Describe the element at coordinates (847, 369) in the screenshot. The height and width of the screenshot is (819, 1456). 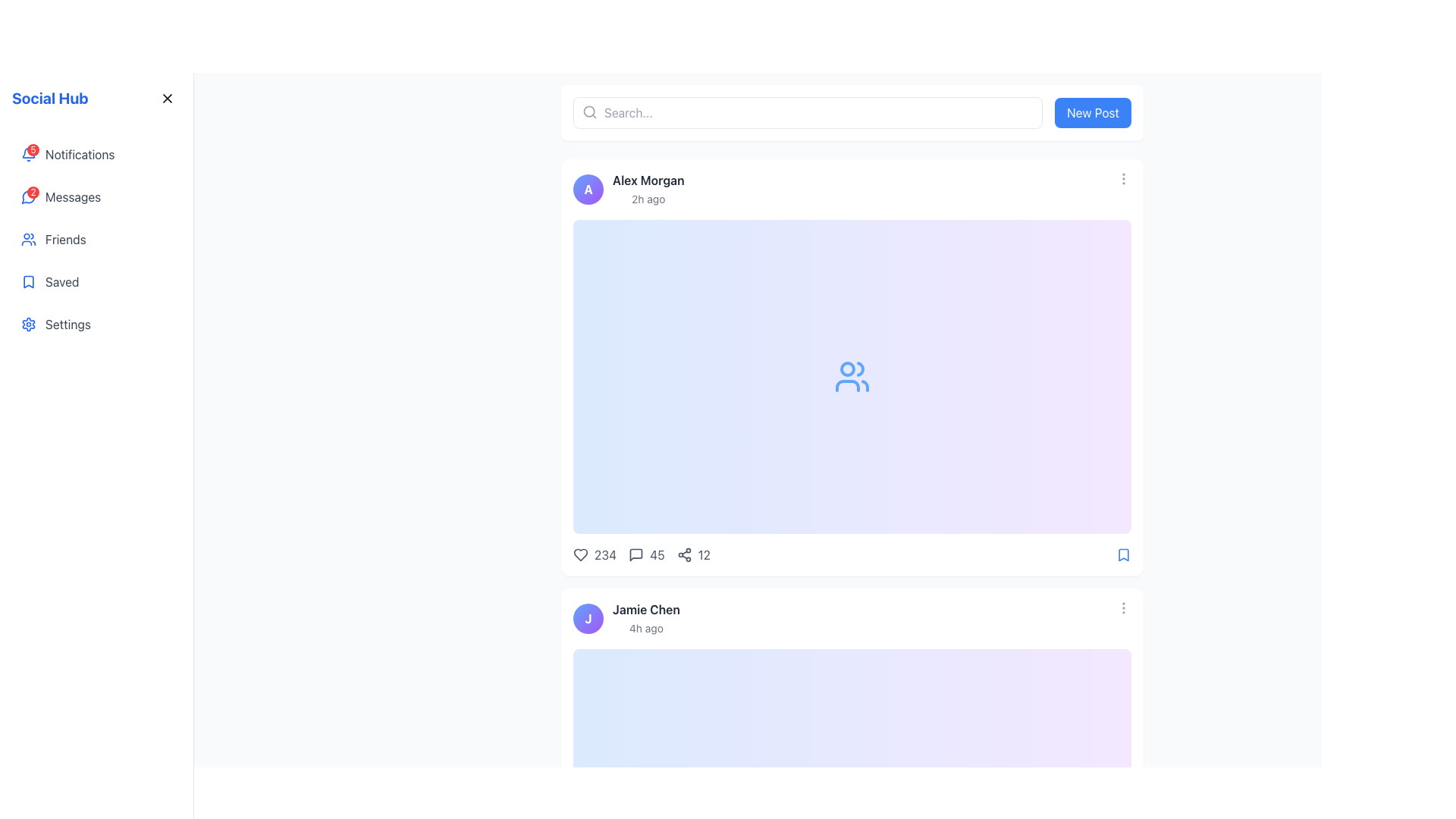
I see `the Circular SVG component that represents the head of a user in a group user icon, located within the head section of the user icon` at that location.